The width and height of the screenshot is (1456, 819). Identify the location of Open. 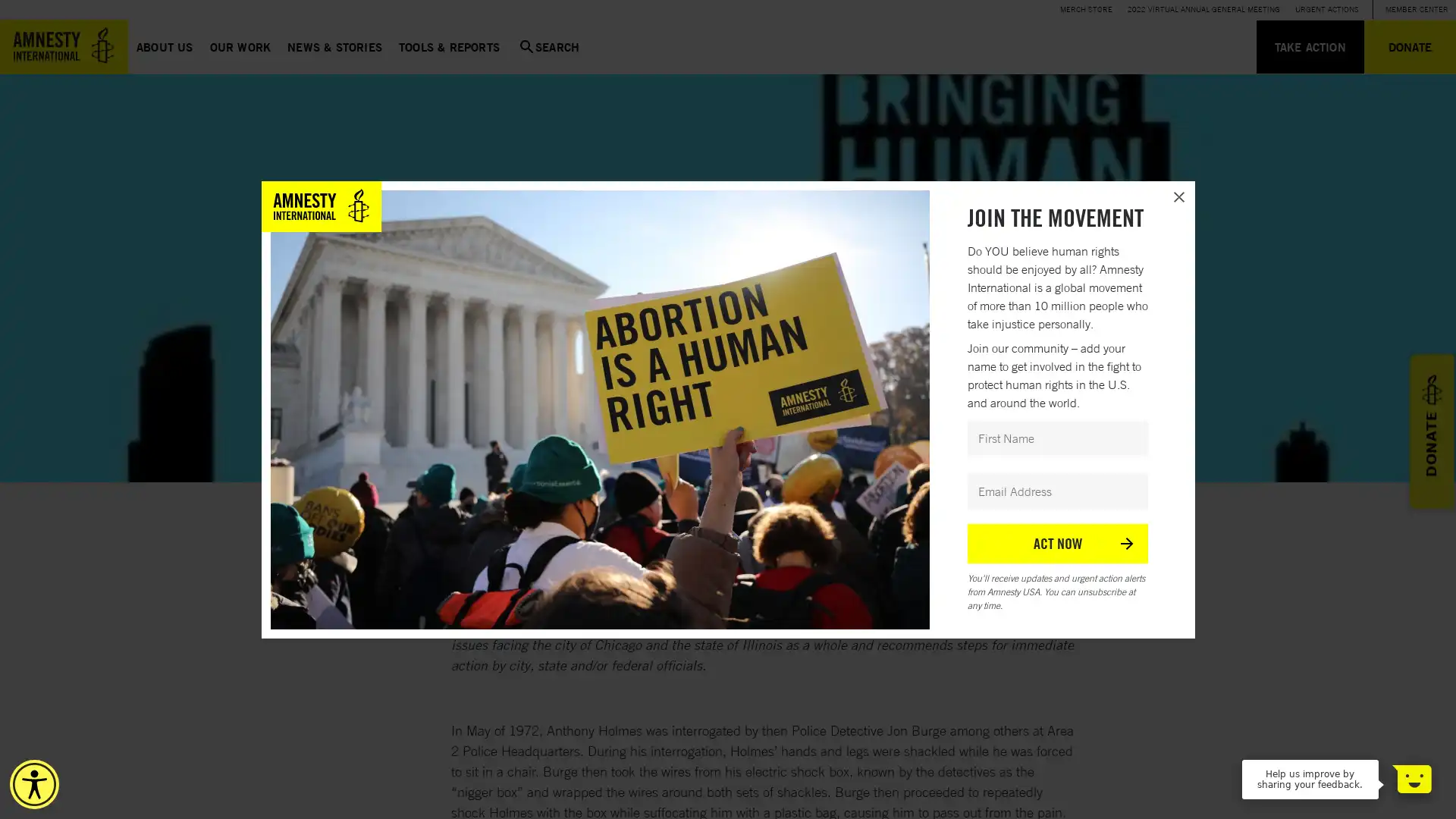
(1410, 778).